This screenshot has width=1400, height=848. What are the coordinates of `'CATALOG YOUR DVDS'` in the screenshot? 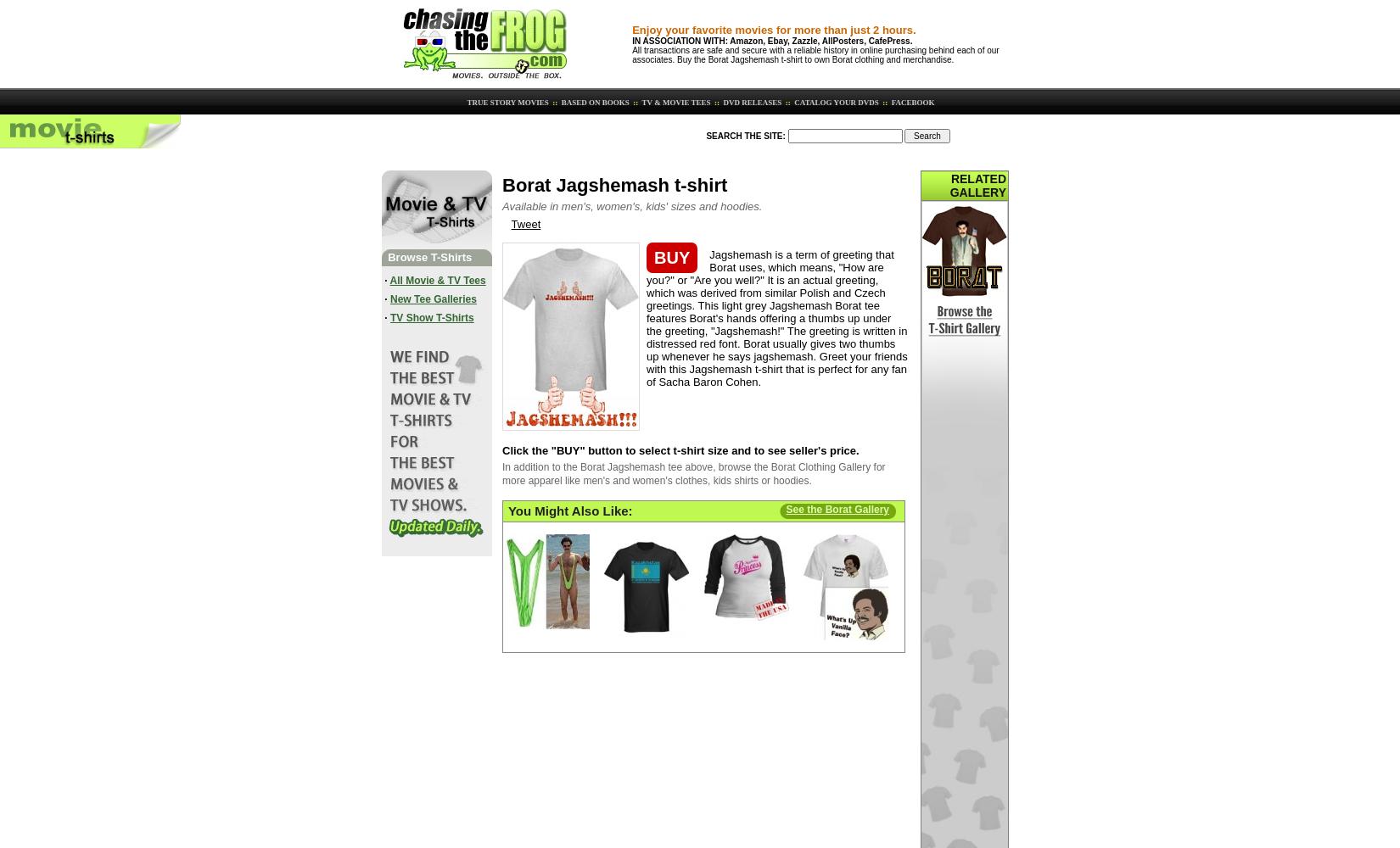 It's located at (835, 101).